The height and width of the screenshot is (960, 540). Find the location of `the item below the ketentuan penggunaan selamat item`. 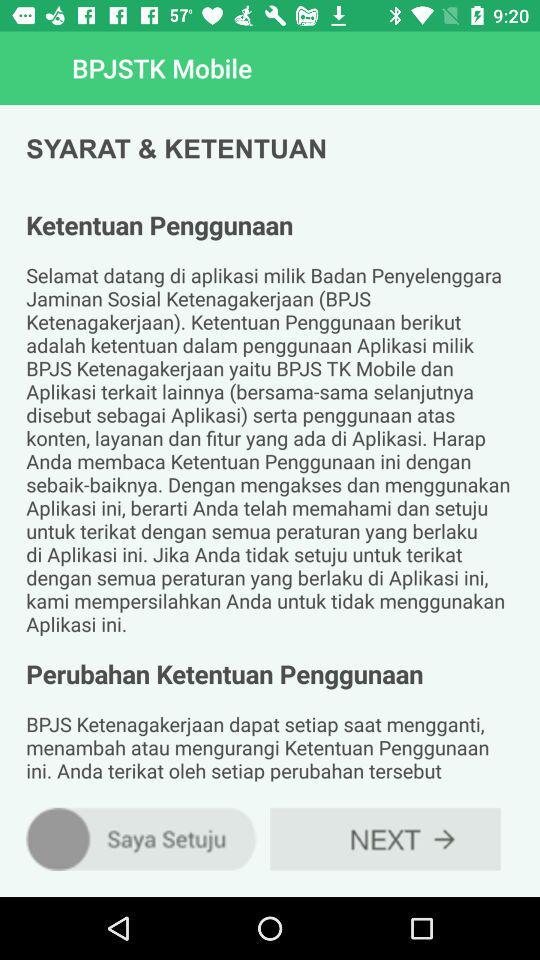

the item below the ketentuan penggunaan selamat item is located at coordinates (140, 839).